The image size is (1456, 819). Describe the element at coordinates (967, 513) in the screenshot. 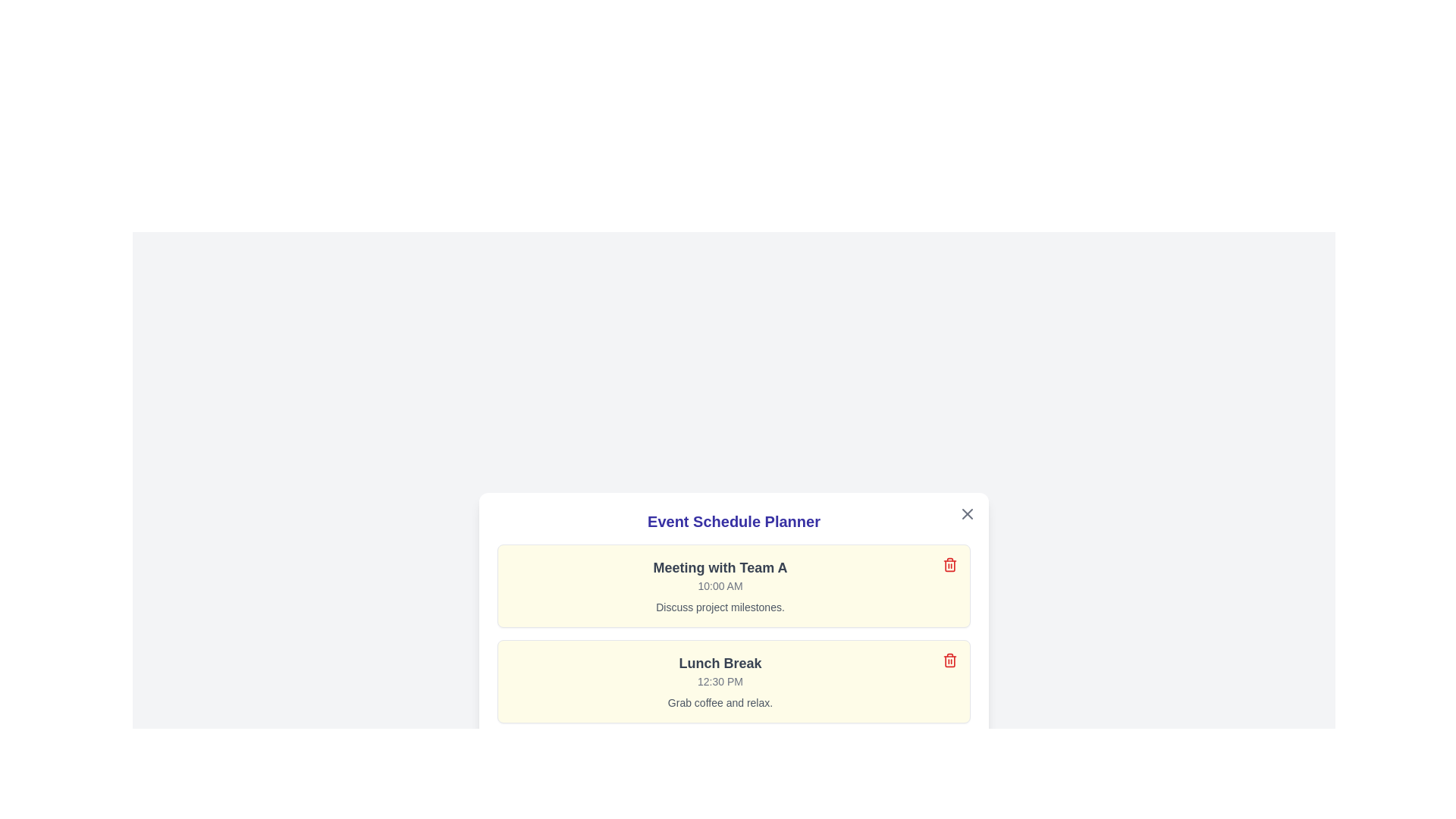

I see `the dismissive button represented by a gray cross icon at the top-right corner of the 'Event Schedule Planner' interface` at that location.